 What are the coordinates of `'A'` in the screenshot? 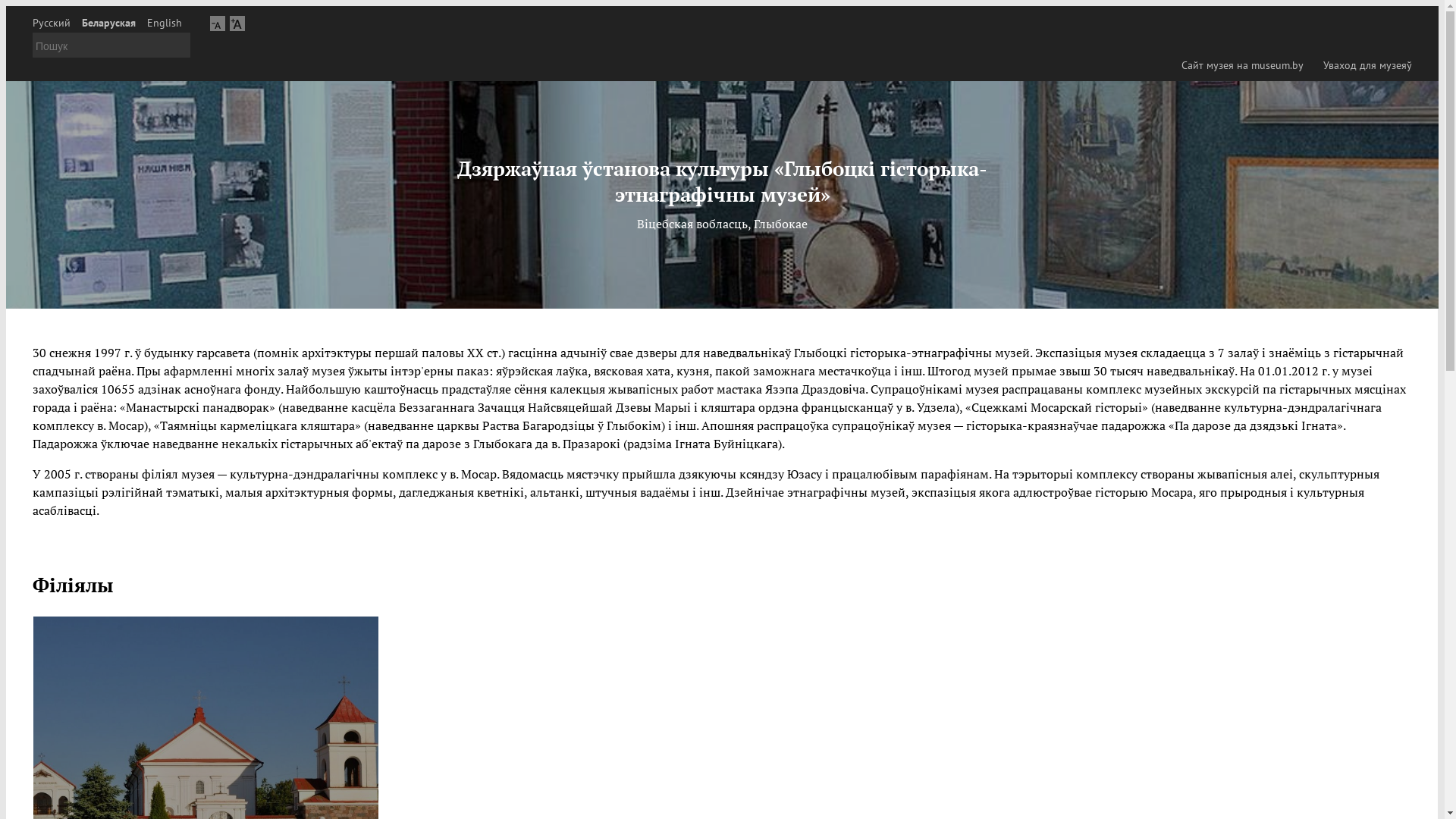 It's located at (236, 23).